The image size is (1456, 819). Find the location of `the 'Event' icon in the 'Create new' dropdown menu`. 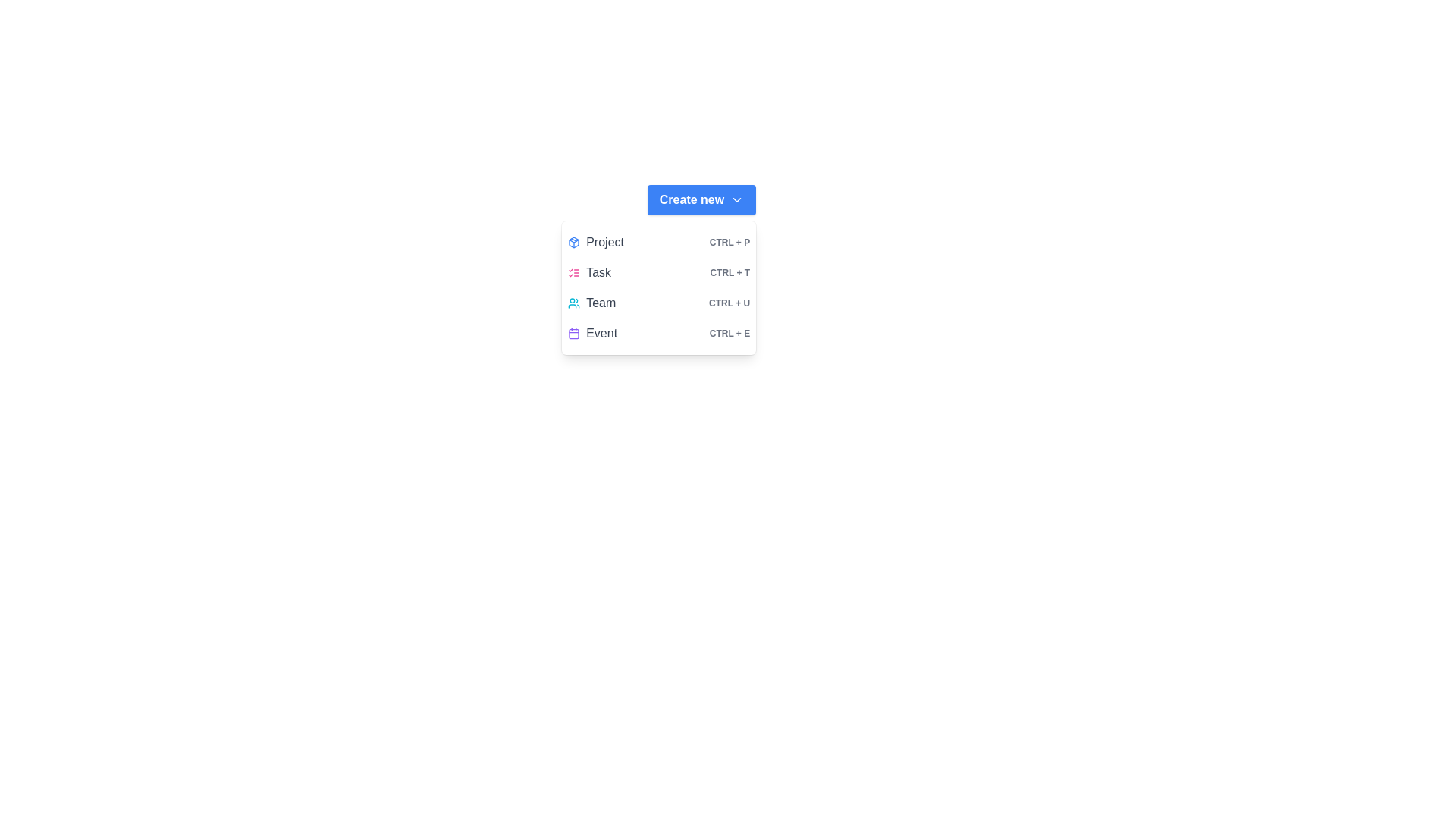

the 'Event' icon in the 'Create new' dropdown menu is located at coordinates (573, 332).